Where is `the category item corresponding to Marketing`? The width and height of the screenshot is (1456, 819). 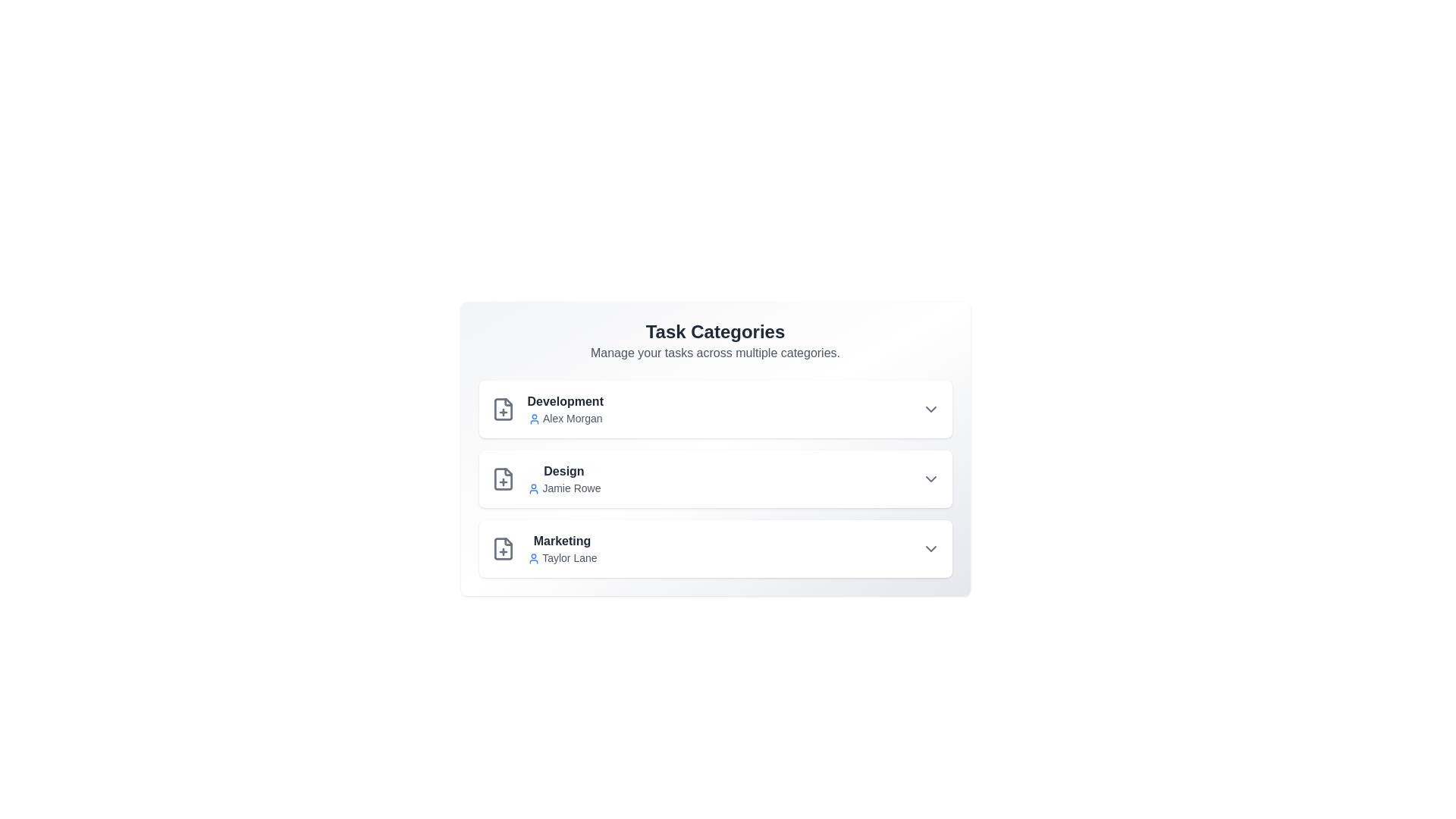 the category item corresponding to Marketing is located at coordinates (714, 549).